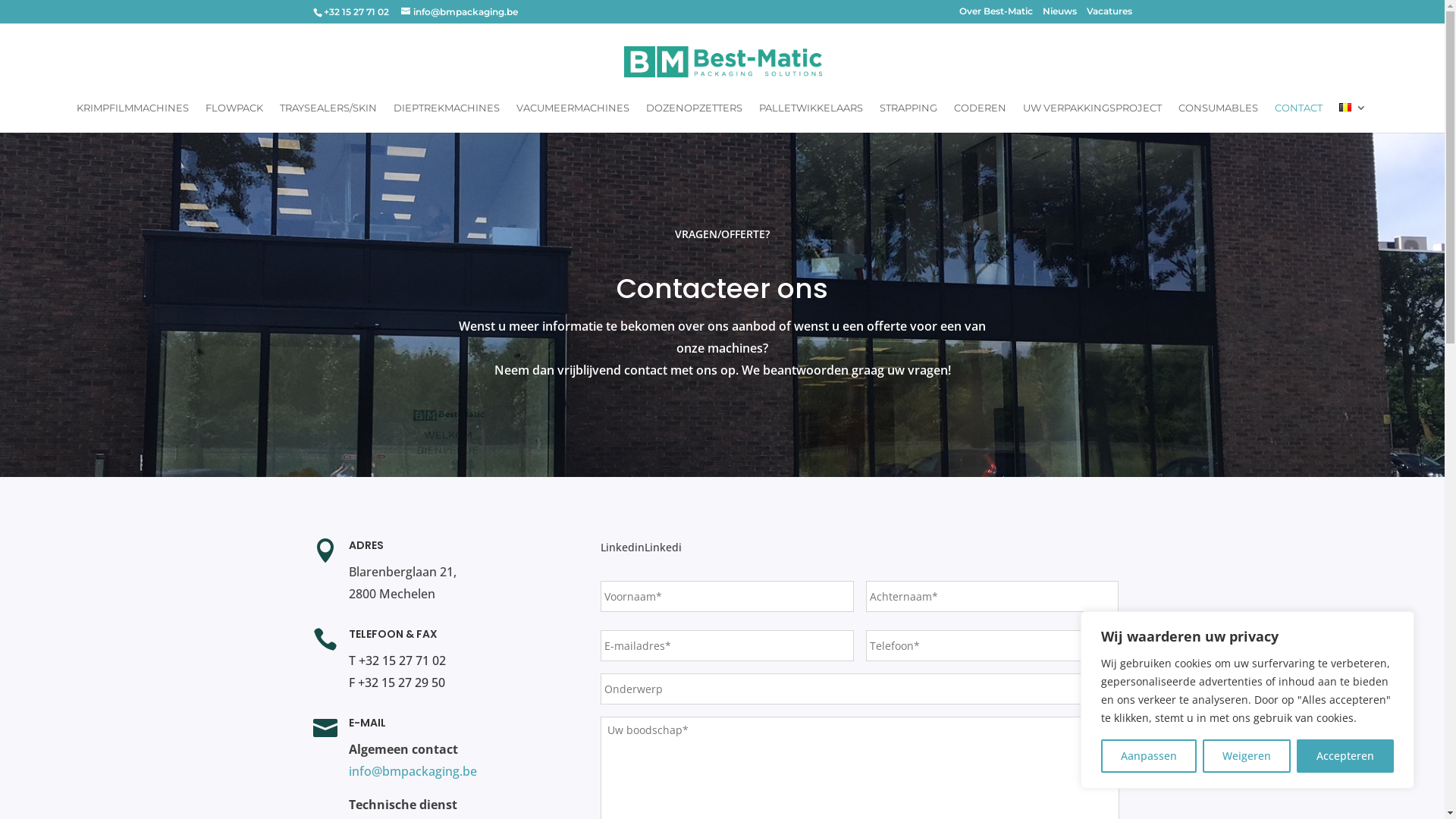 The image size is (1456, 819). I want to click on 'Weigeren', so click(1246, 755).